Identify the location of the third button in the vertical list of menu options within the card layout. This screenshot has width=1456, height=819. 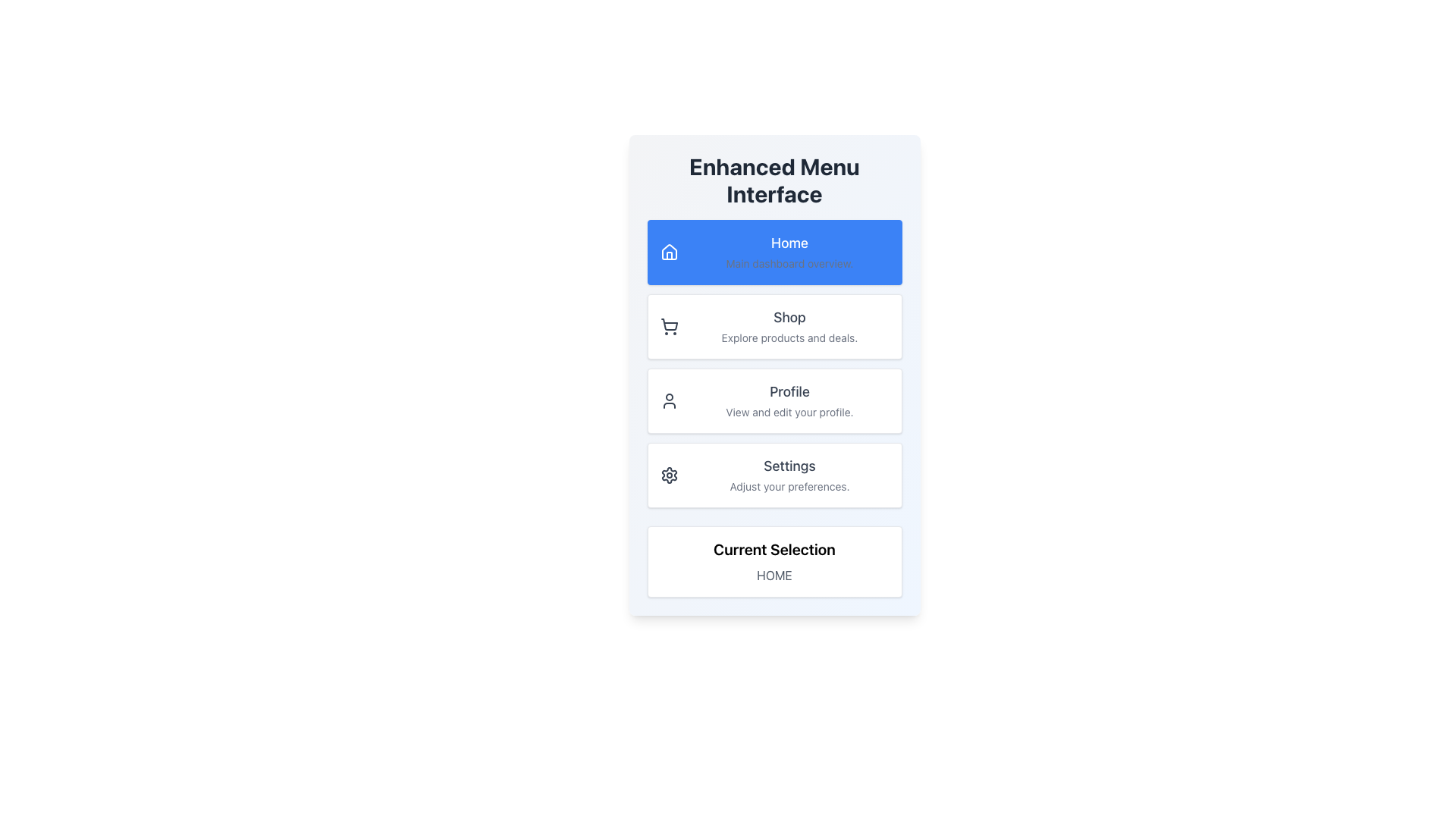
(774, 400).